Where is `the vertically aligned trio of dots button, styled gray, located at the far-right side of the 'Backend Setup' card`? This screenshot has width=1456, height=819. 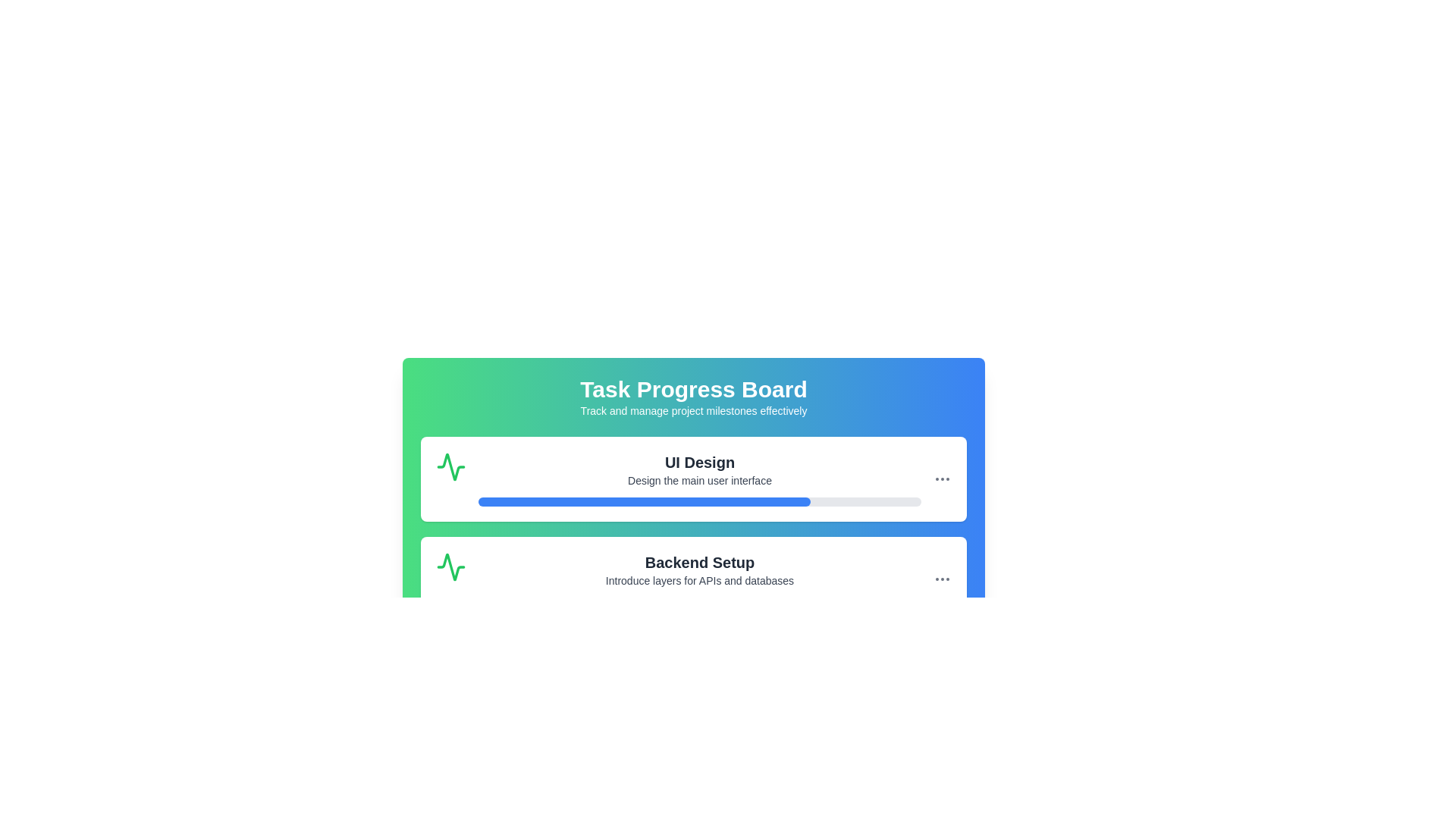
the vertically aligned trio of dots button, styled gray, located at the far-right side of the 'Backend Setup' card is located at coordinates (942, 579).